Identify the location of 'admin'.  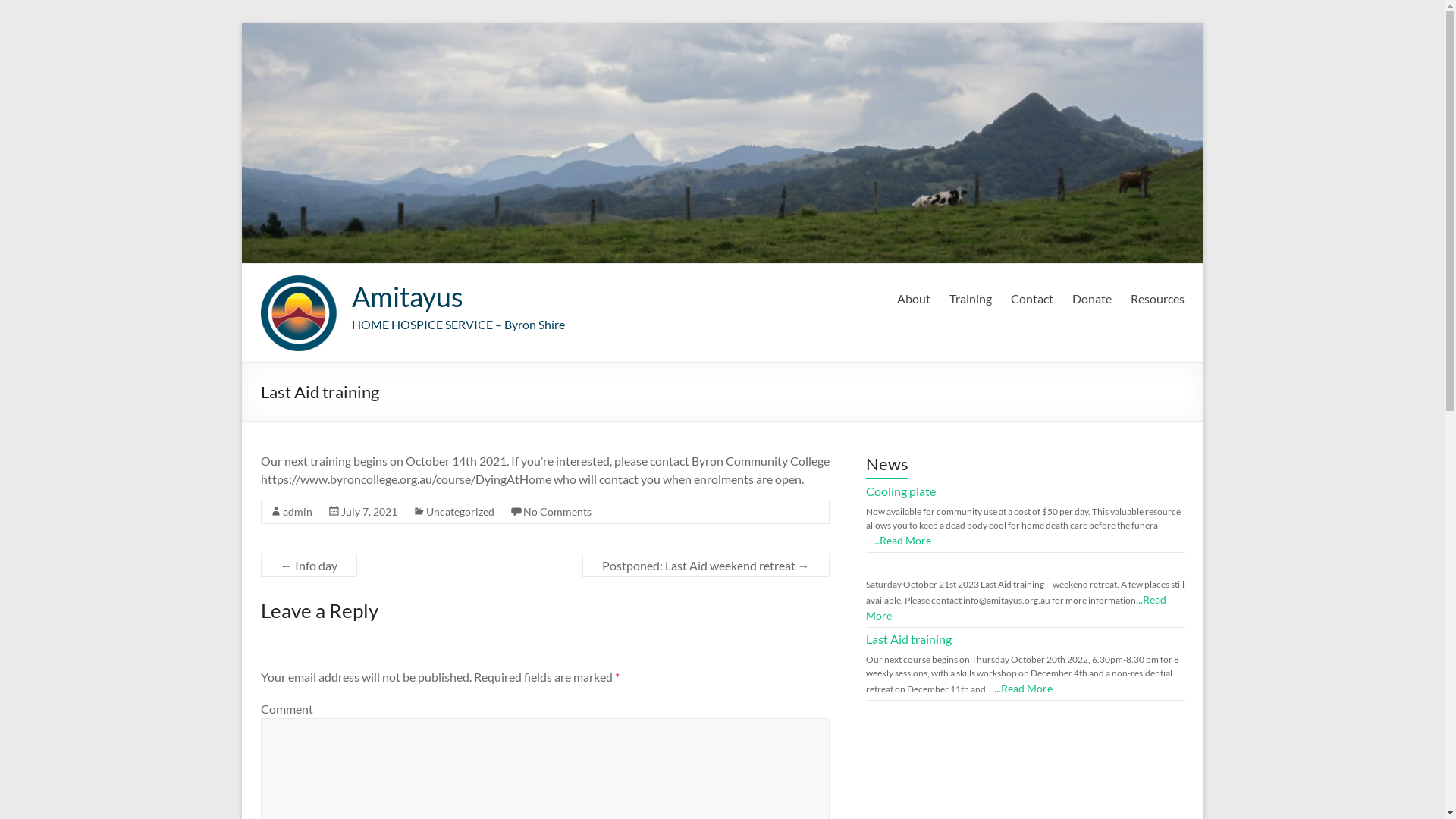
(282, 511).